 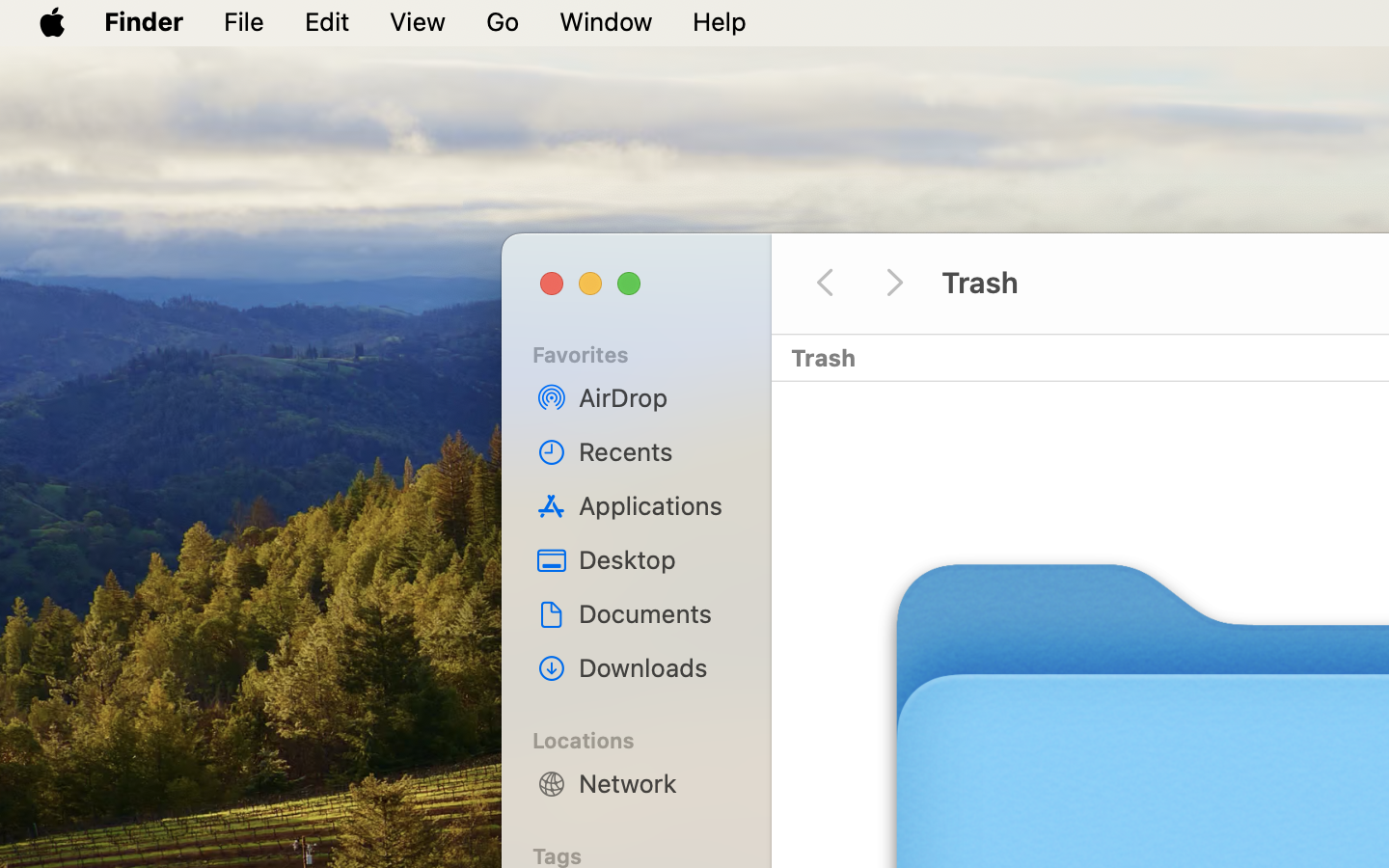 What do you see at coordinates (656, 450) in the screenshot?
I see `'Recents'` at bounding box center [656, 450].